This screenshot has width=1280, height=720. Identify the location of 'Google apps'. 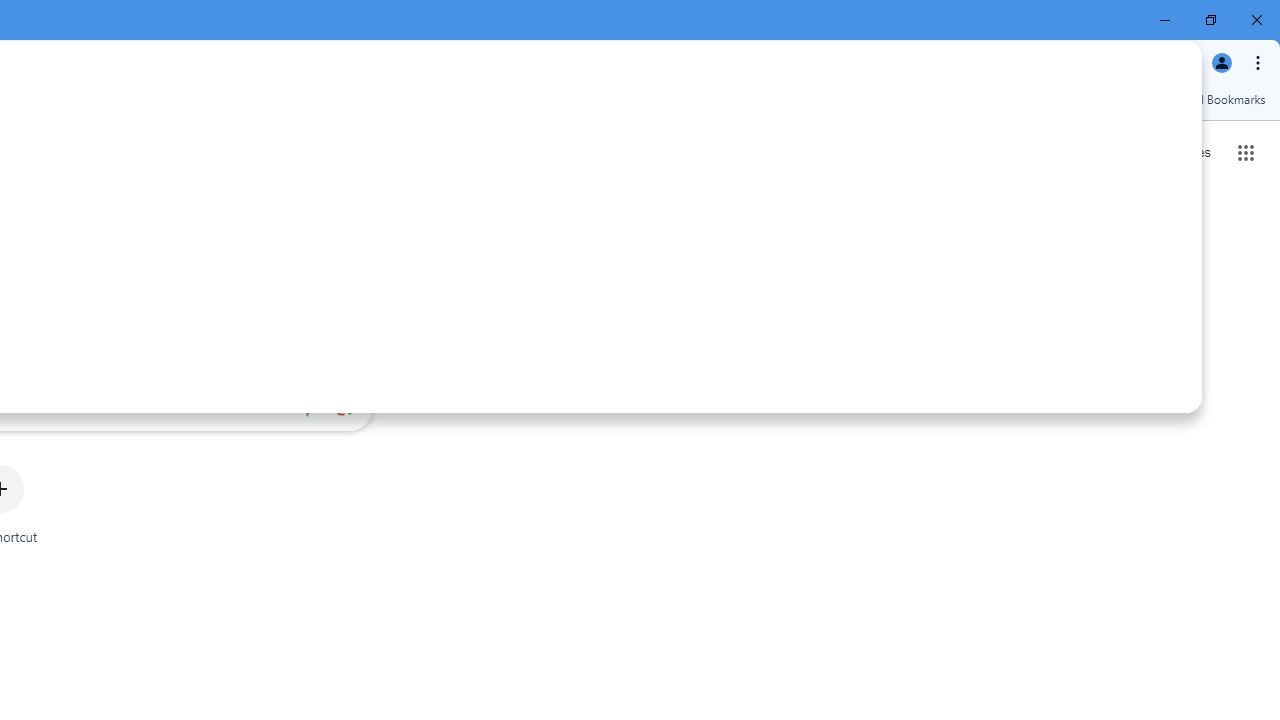
(1245, 152).